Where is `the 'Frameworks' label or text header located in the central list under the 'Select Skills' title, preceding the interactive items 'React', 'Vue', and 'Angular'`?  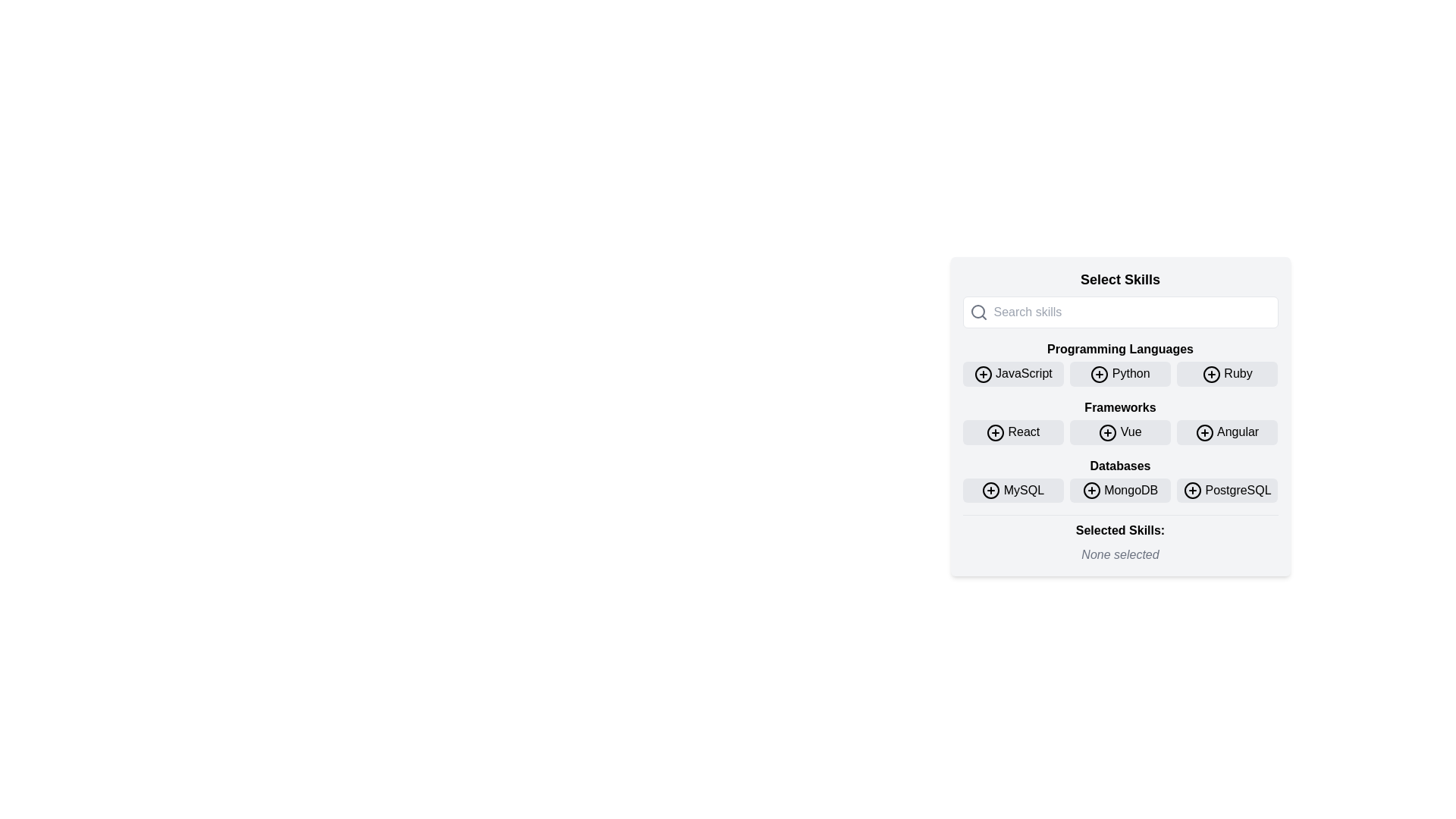
the 'Frameworks' label or text header located in the central list under the 'Select Skills' title, preceding the interactive items 'React', 'Vue', and 'Angular' is located at coordinates (1120, 406).